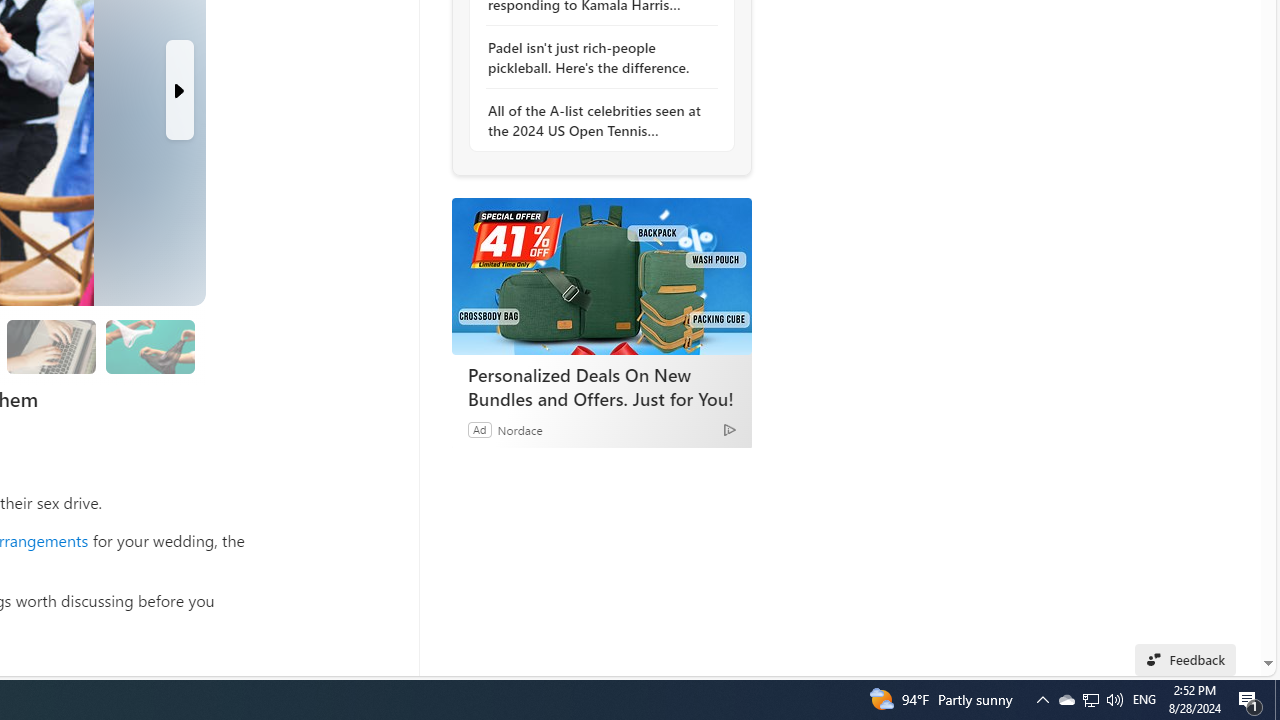 This screenshot has height=720, width=1280. What do you see at coordinates (179, 90) in the screenshot?
I see `'Next Slide'` at bounding box center [179, 90].